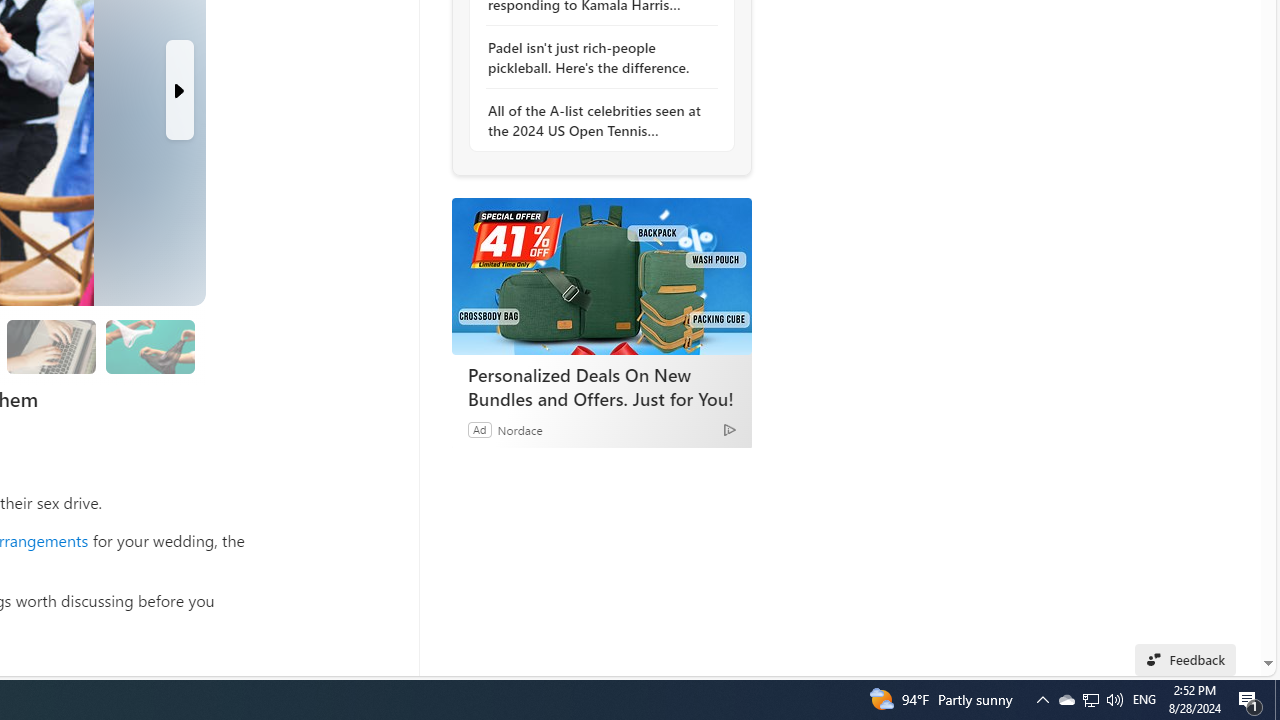 This screenshot has height=720, width=1280. What do you see at coordinates (179, 90) in the screenshot?
I see `'Next Slide'` at bounding box center [179, 90].